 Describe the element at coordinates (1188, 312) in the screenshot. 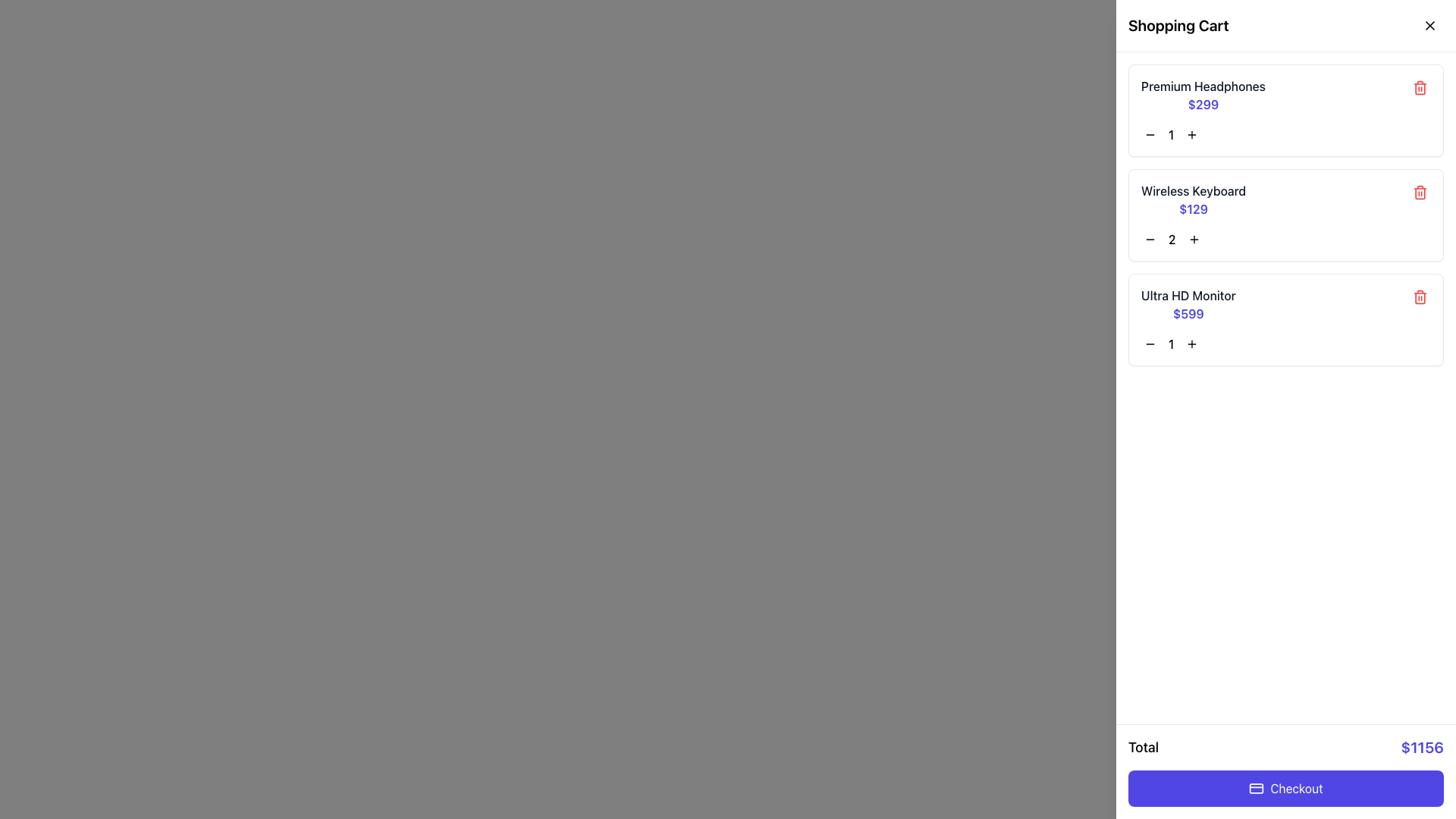

I see `the price label for the 'Ultra HD Monitor' displayed in the shopping cart, which is located beneath the 'Ultra HD Monitor' label and part of a columnar layout` at that location.